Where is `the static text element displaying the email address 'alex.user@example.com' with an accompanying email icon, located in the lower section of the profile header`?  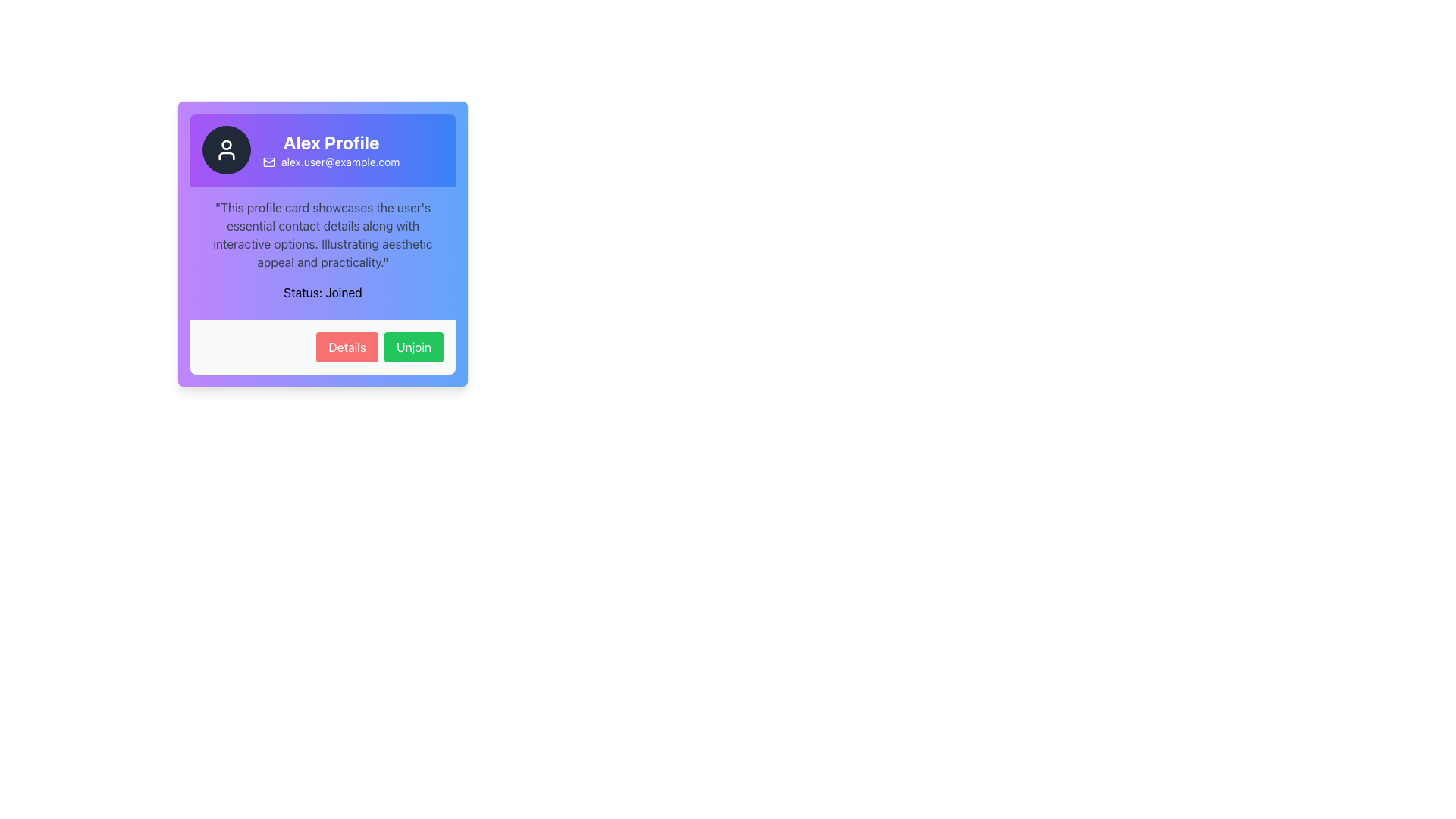 the static text element displaying the email address 'alex.user@example.com' with an accompanying email icon, located in the lower section of the profile header is located at coordinates (331, 162).